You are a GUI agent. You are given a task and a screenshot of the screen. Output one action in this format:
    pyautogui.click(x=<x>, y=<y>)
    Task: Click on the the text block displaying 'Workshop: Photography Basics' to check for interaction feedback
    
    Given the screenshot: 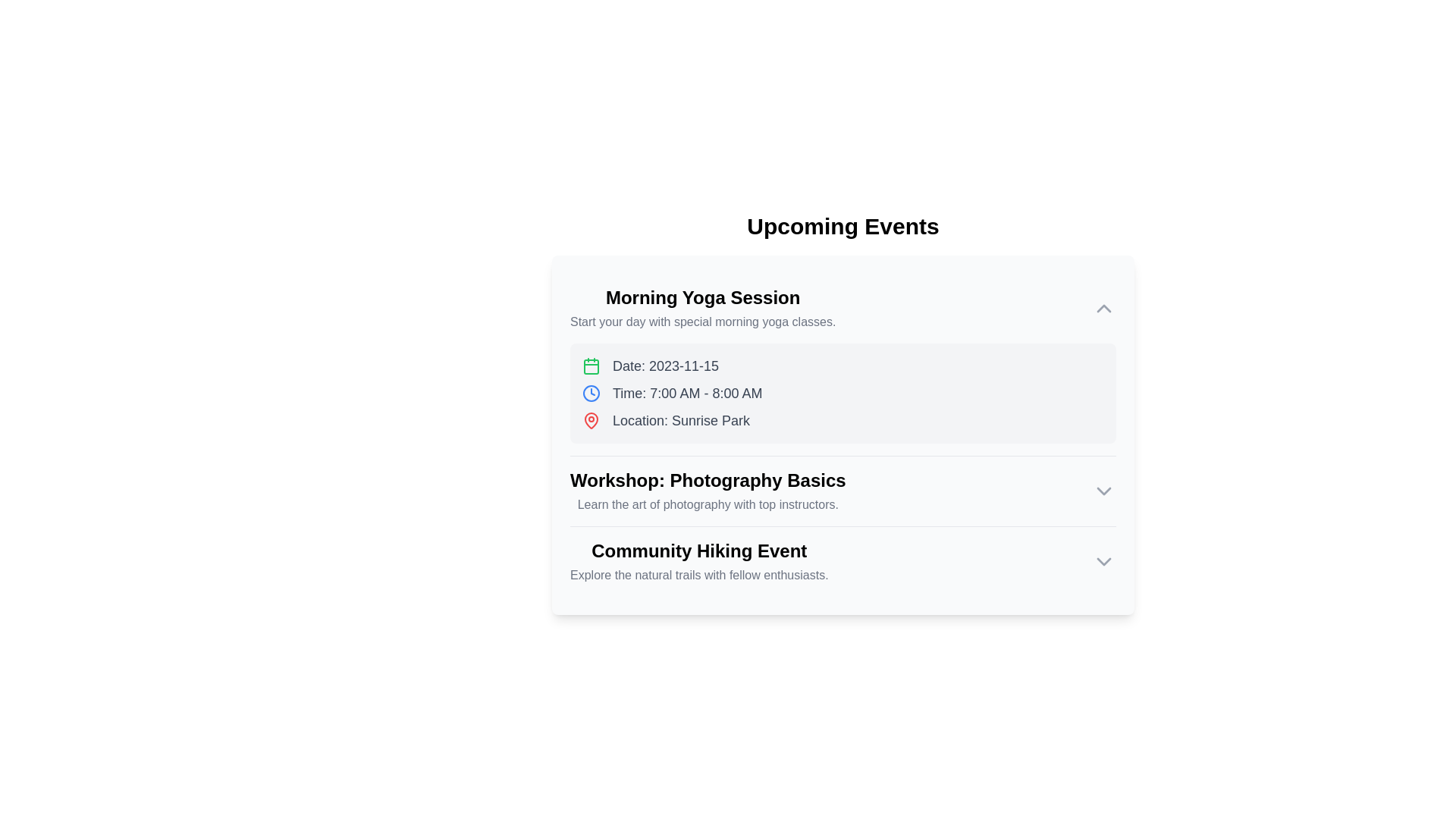 What is the action you would take?
    pyautogui.click(x=707, y=491)
    